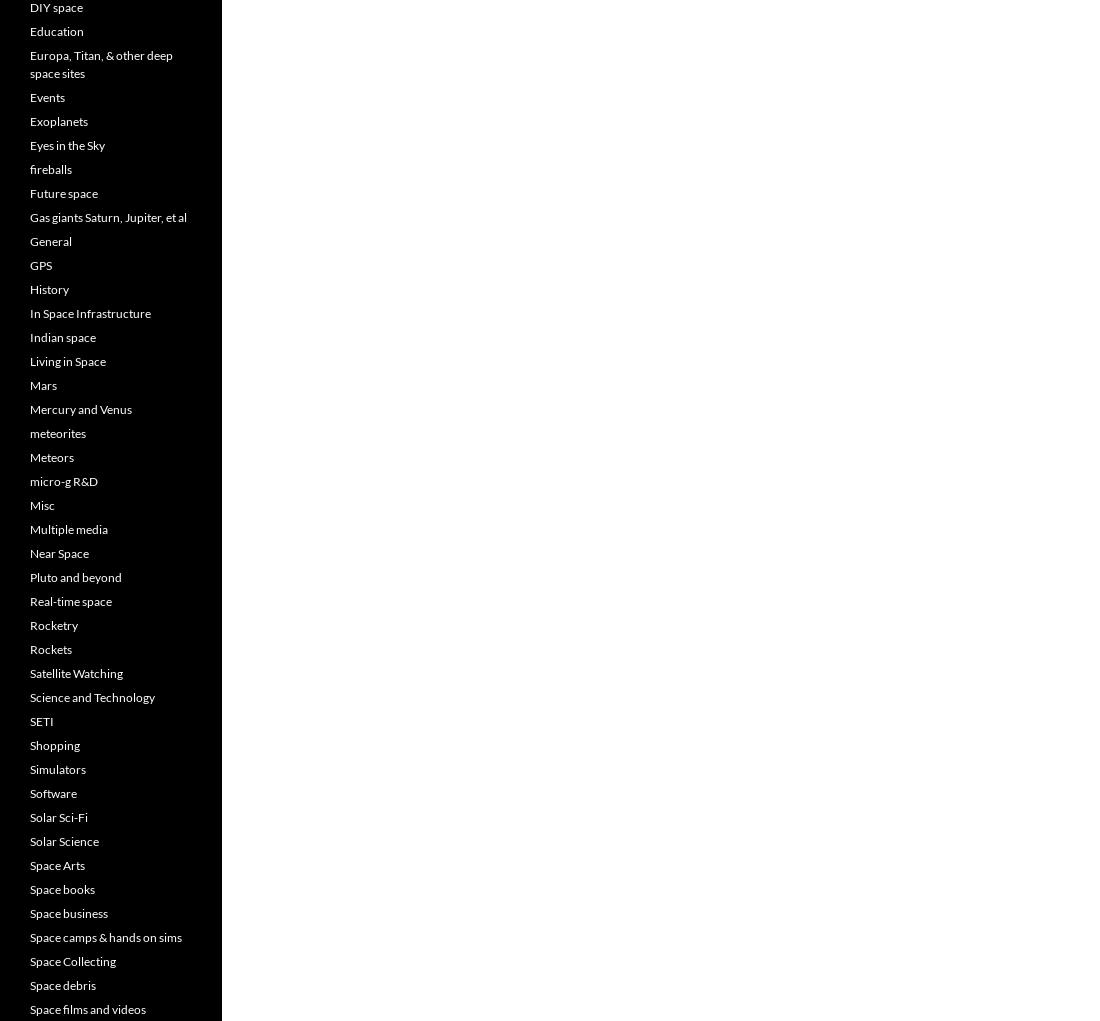  I want to click on 'Simulators', so click(29, 769).